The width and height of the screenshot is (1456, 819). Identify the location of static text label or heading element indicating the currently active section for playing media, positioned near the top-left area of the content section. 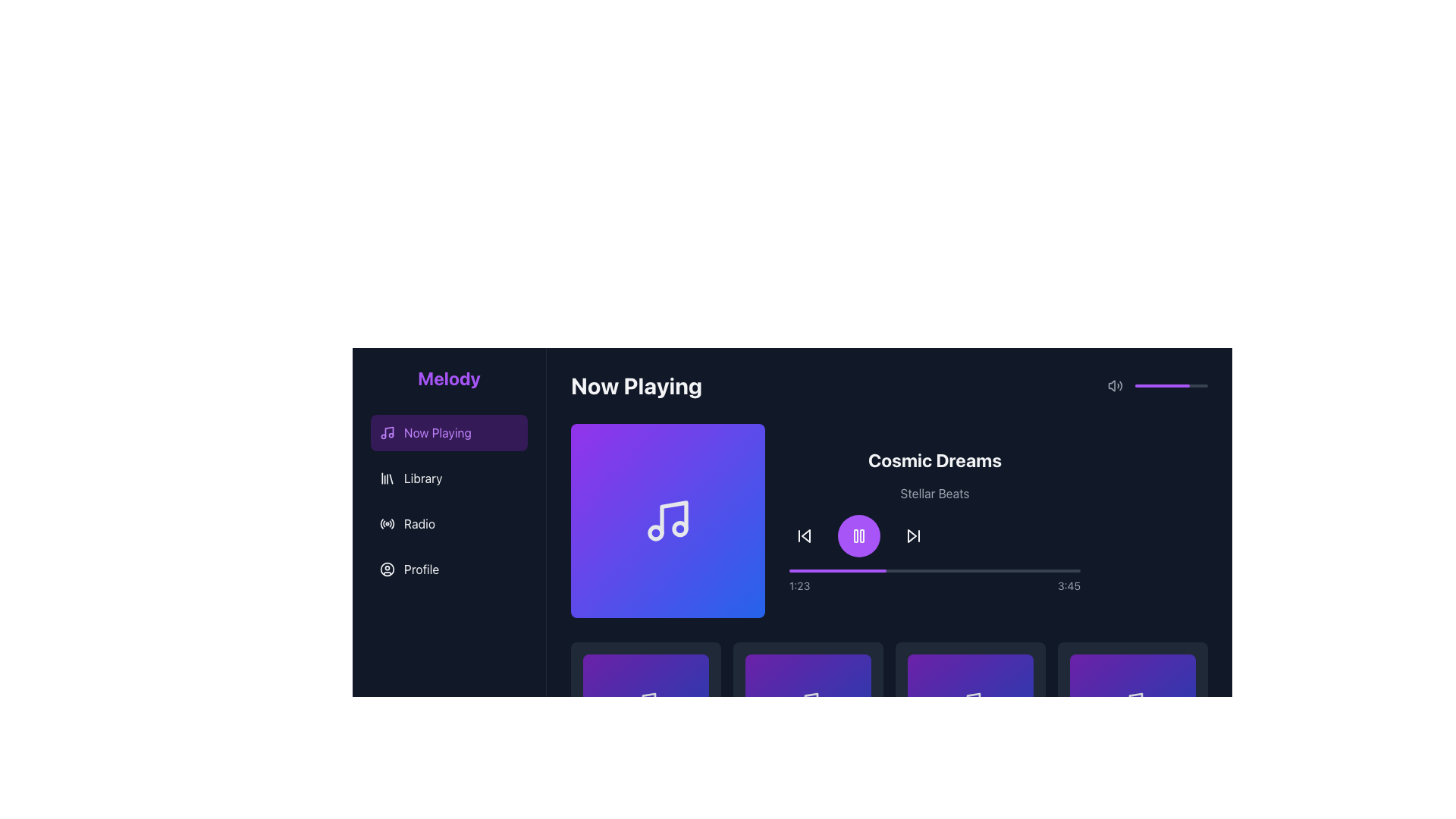
(636, 385).